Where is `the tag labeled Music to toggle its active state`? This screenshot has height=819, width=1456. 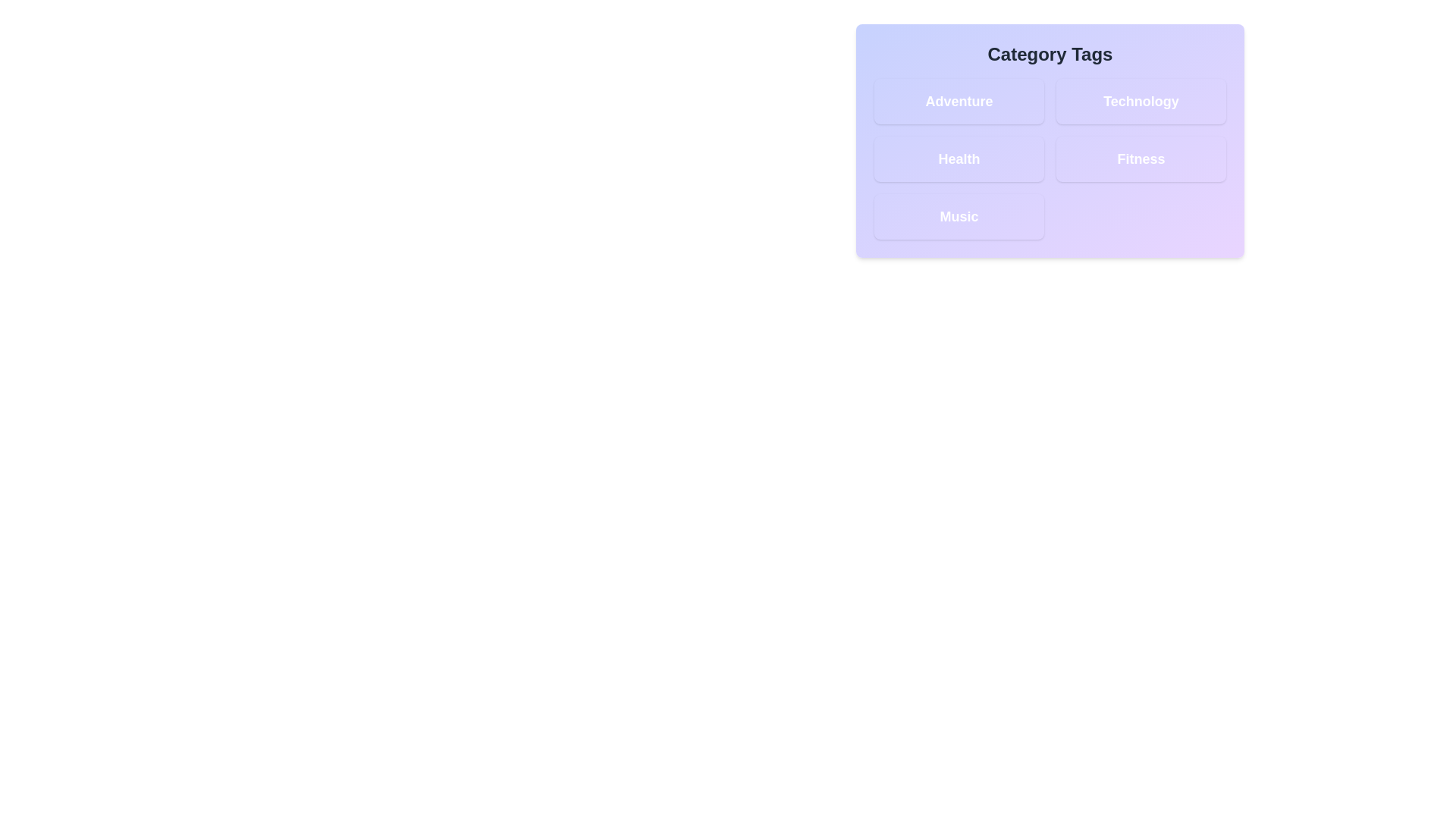
the tag labeled Music to toggle its active state is located at coordinates (959, 216).